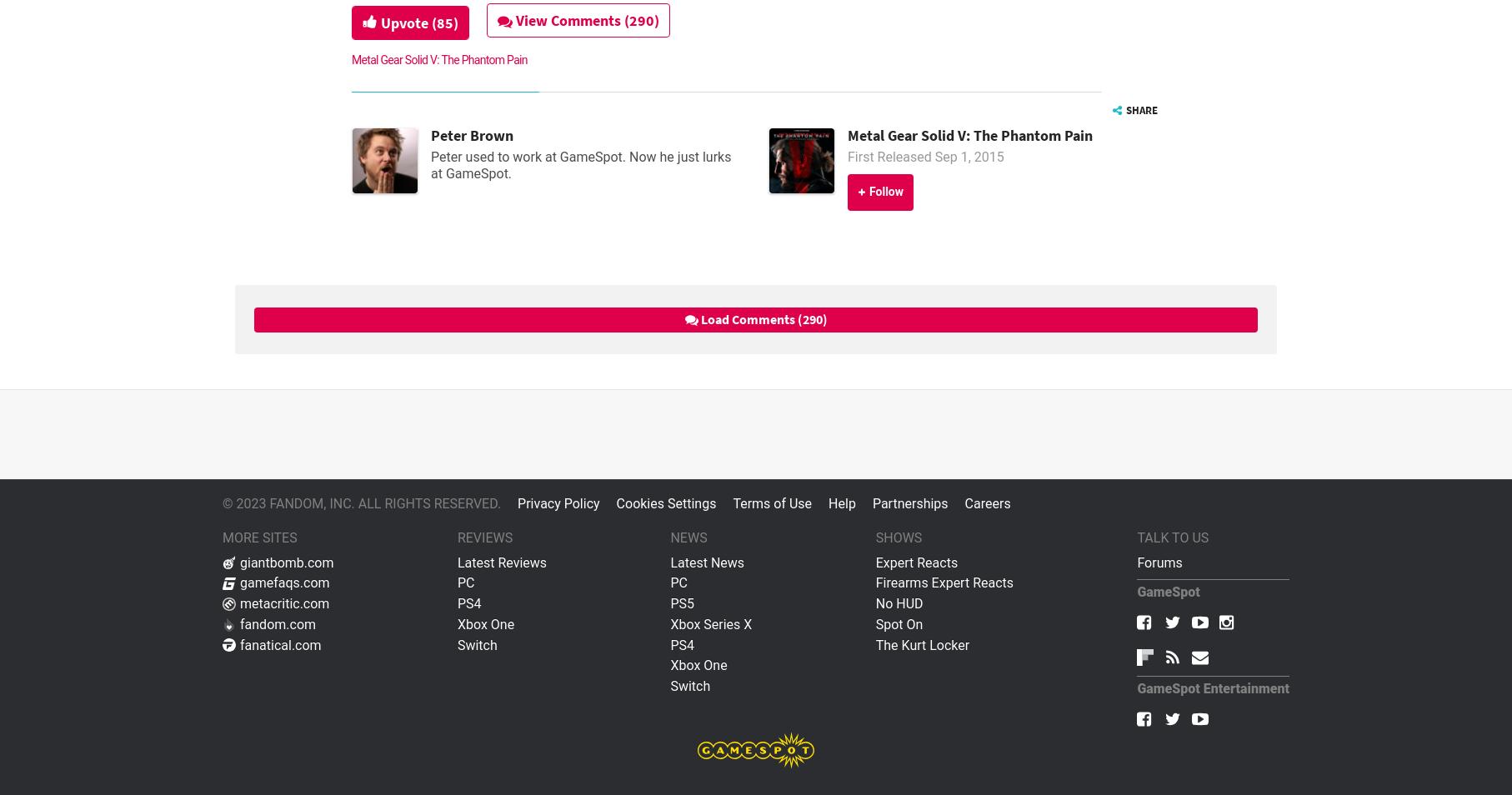 Image resolution: width=1512 pixels, height=795 pixels. I want to click on 'Firearms Expert Reacts', so click(944, 582).